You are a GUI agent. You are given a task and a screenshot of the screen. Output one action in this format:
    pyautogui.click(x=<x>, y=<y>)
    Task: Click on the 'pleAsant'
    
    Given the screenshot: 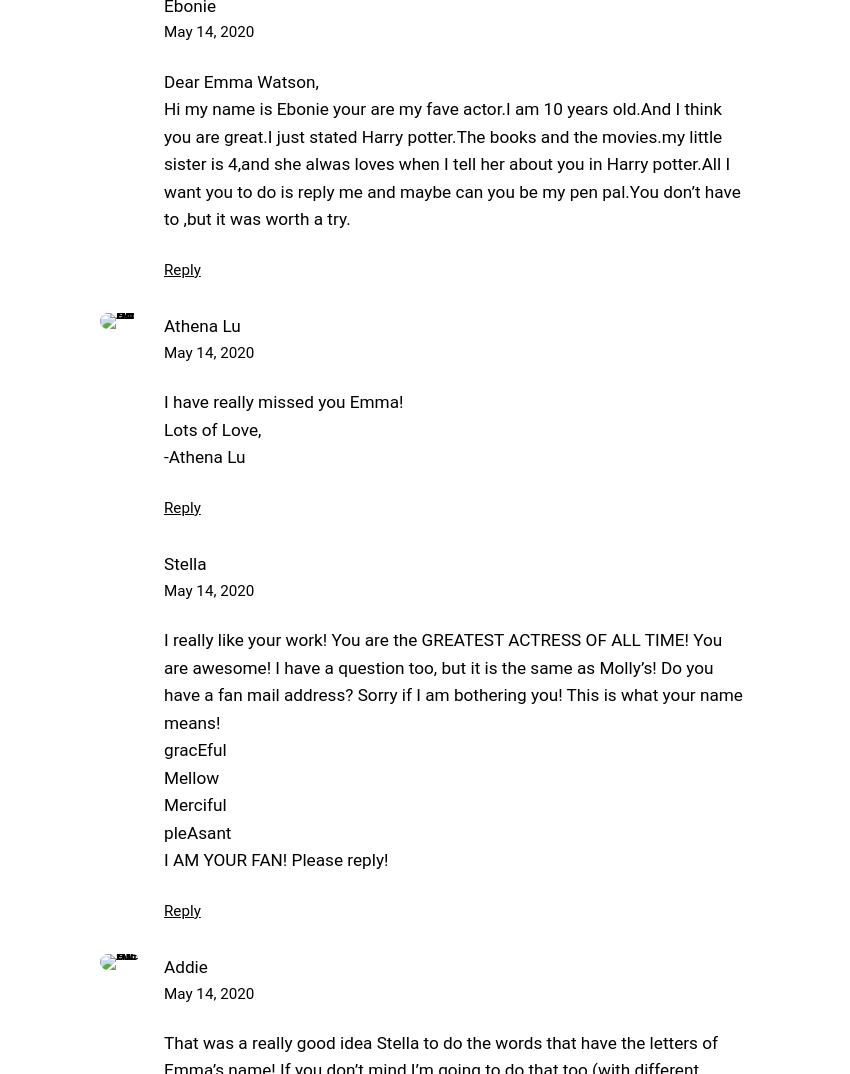 What is the action you would take?
    pyautogui.click(x=196, y=832)
    